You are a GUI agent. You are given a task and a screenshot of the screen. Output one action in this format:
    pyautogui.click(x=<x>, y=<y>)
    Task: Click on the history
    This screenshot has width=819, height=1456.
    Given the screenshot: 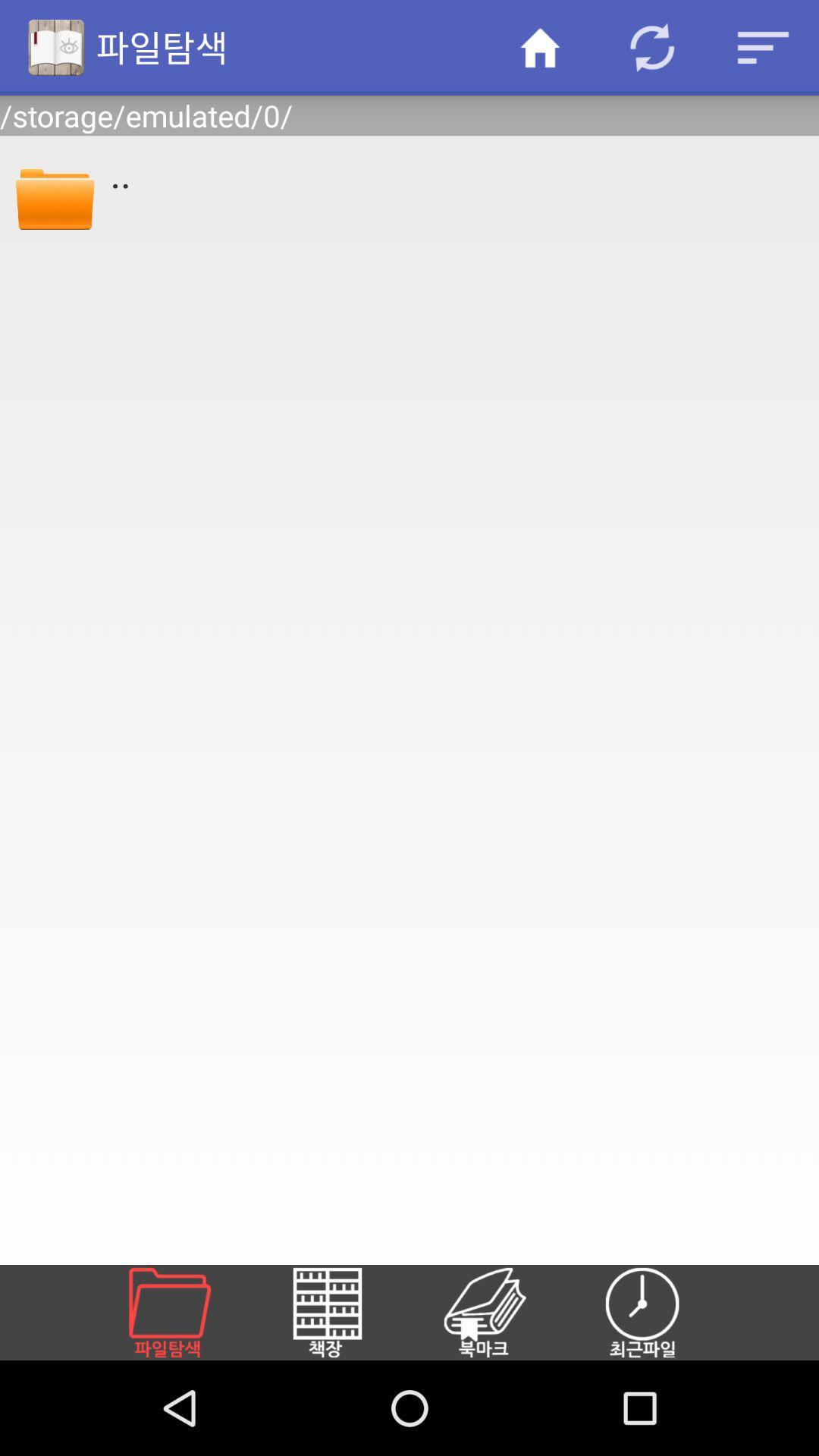 What is the action you would take?
    pyautogui.click(x=660, y=1312)
    